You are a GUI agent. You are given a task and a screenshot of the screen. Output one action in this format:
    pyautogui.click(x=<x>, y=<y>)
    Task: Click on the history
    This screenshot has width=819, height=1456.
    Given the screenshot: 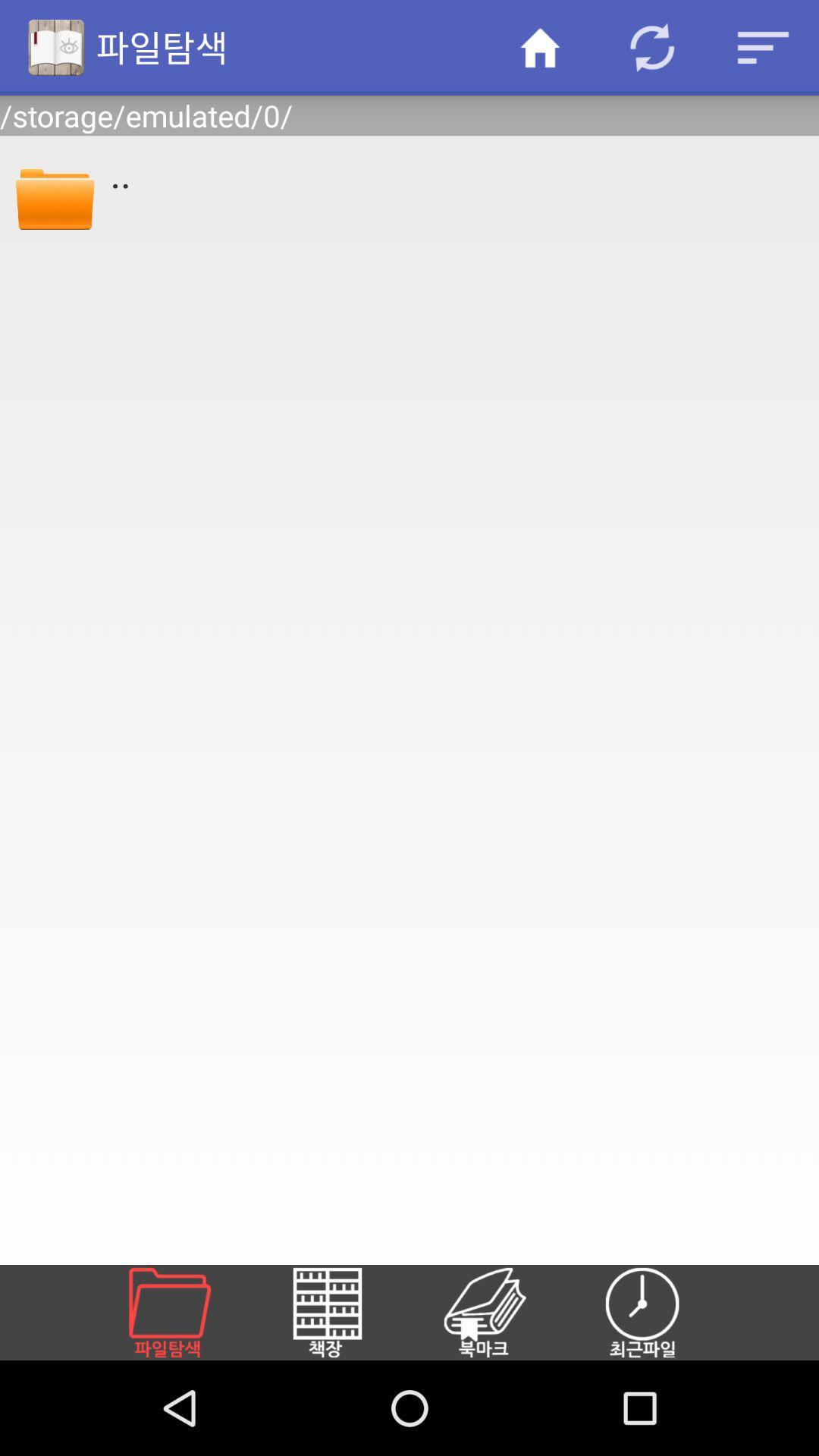 What is the action you would take?
    pyautogui.click(x=660, y=1312)
    